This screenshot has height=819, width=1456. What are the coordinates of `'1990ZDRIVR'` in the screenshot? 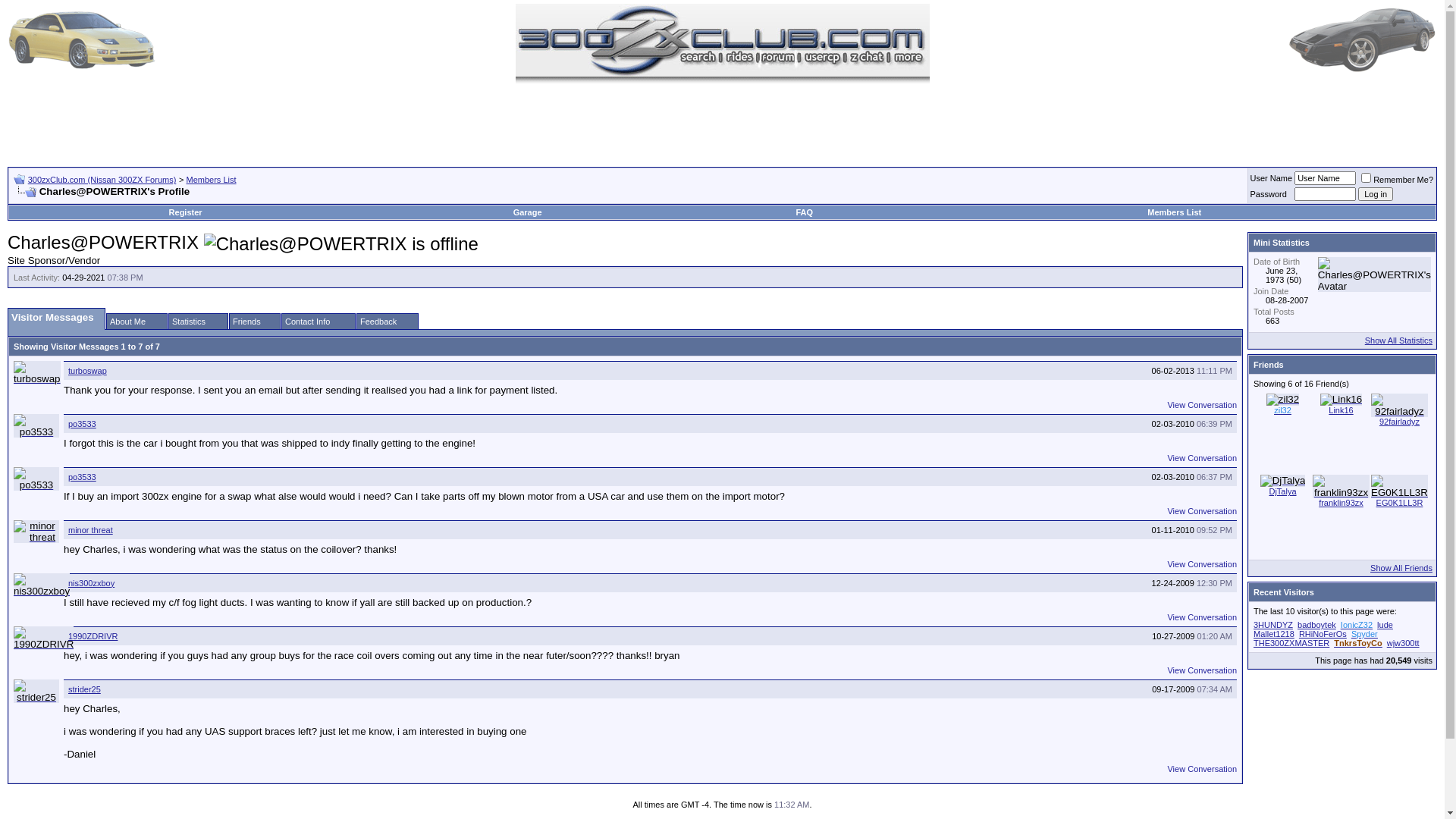 It's located at (92, 636).